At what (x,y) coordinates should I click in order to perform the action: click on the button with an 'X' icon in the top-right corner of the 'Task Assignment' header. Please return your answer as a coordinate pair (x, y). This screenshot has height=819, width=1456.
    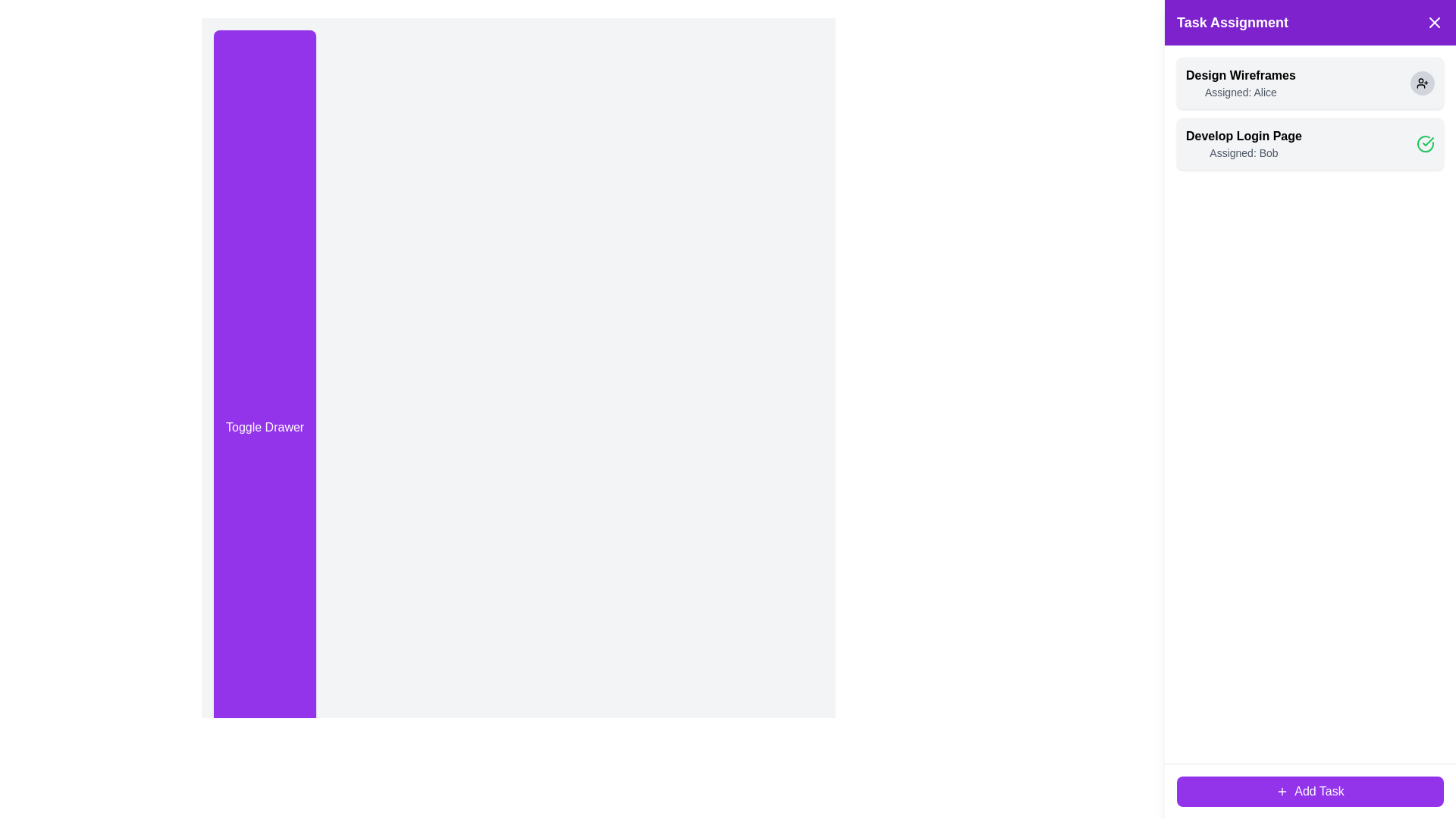
    Looking at the image, I should click on (1433, 23).